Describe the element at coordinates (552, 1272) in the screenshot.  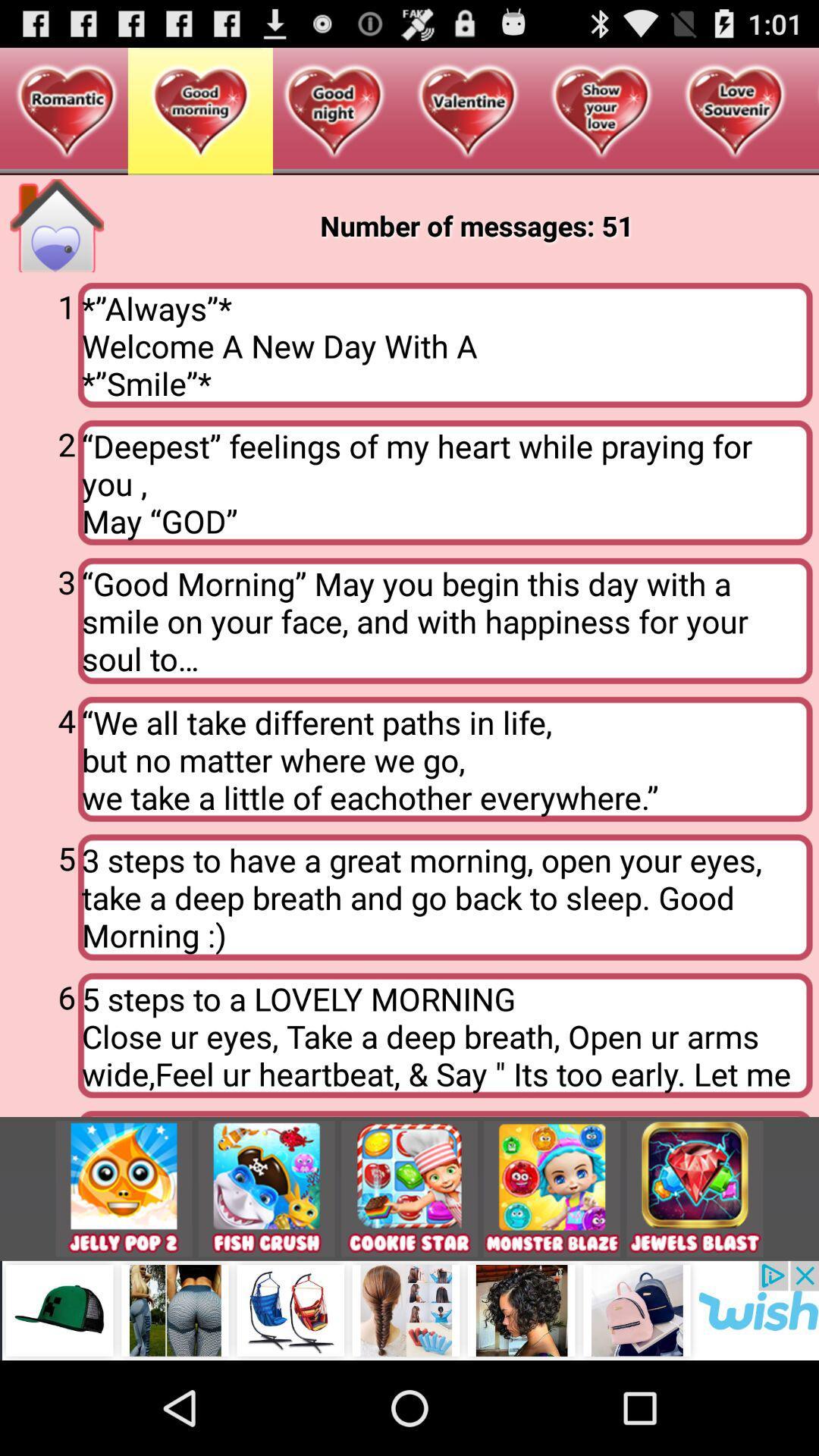
I see `the avatar icon` at that location.